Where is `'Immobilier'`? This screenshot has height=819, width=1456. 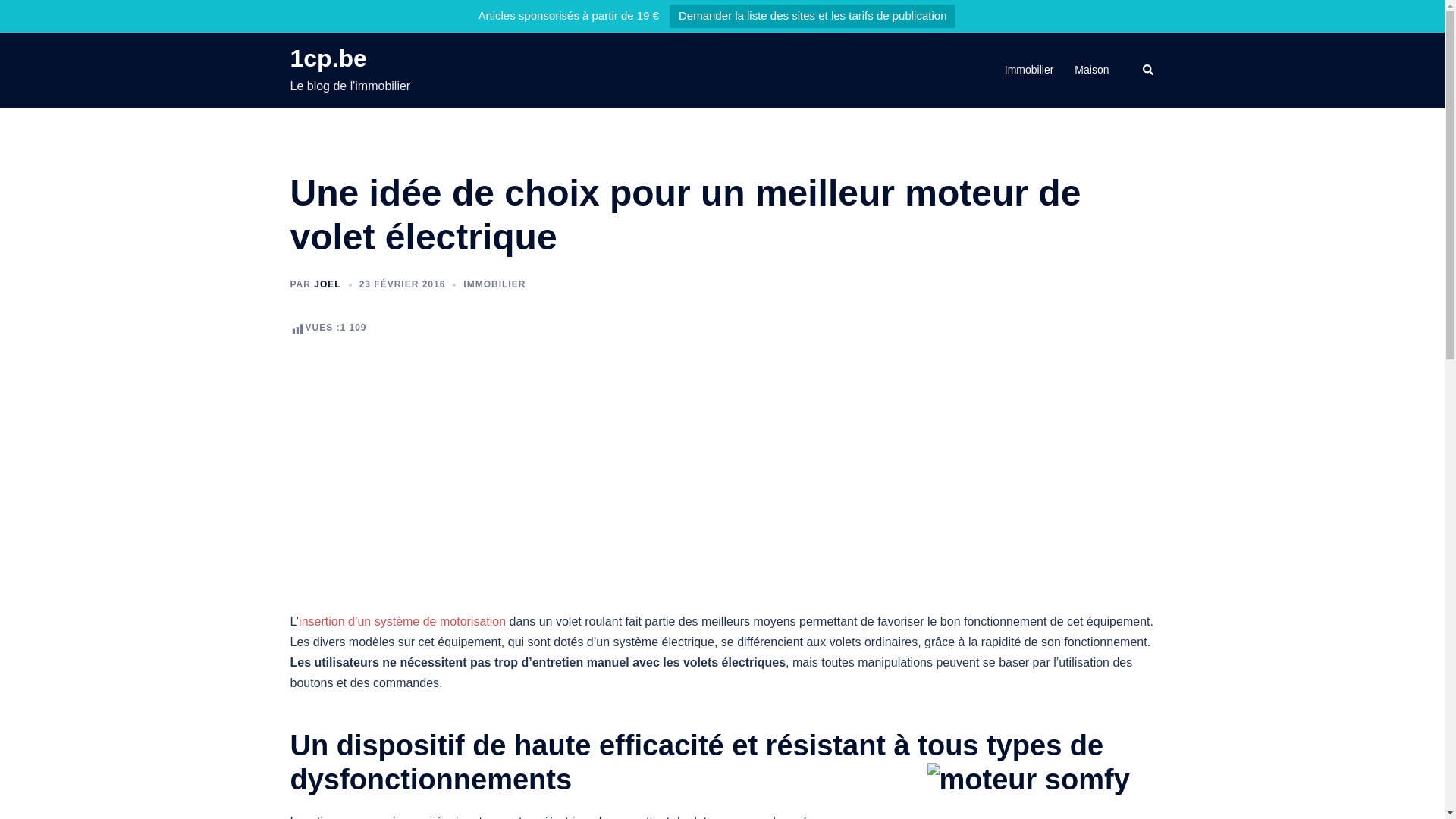 'Immobilier' is located at coordinates (1029, 70).